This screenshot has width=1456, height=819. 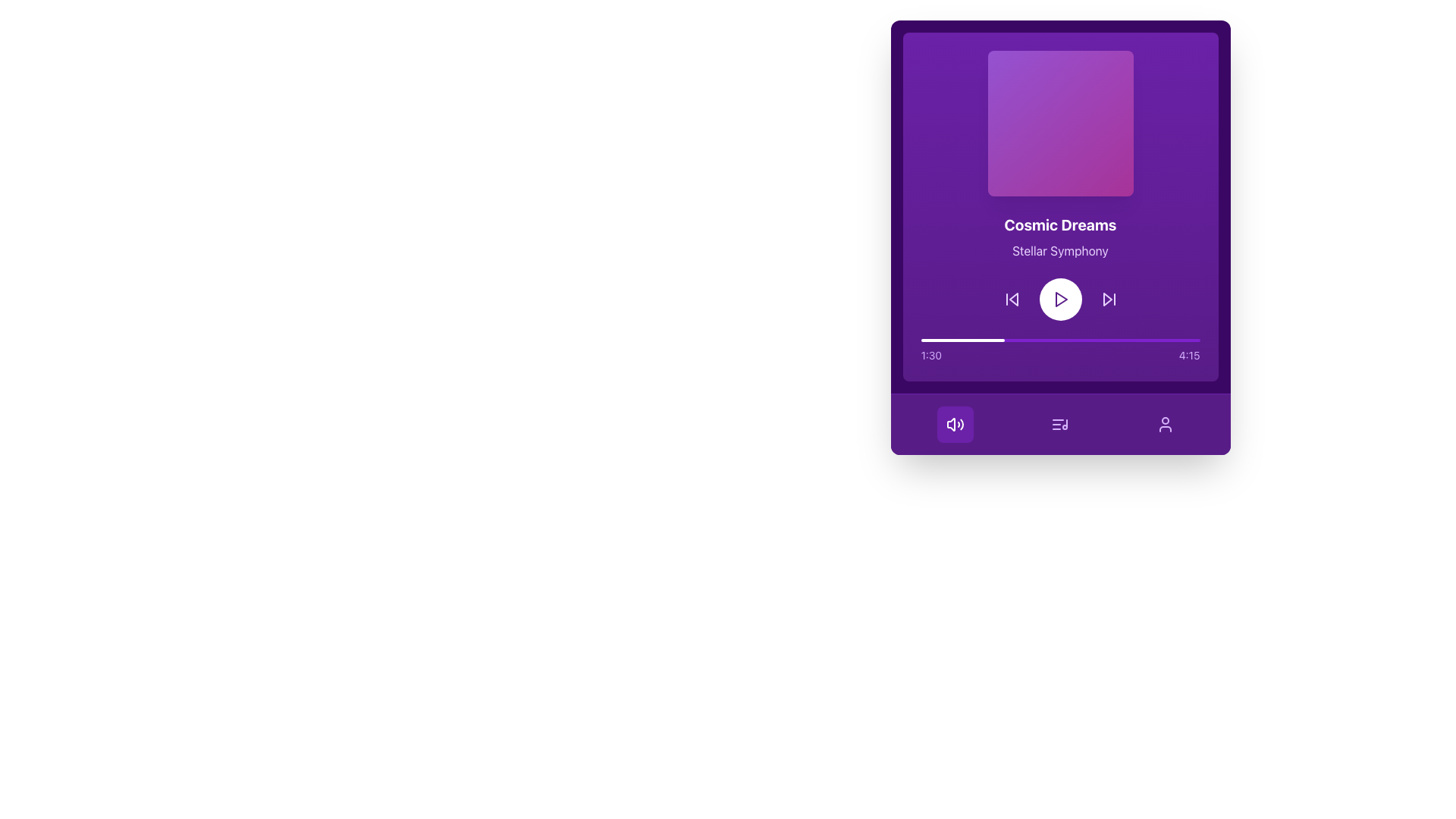 I want to click on the progress bar that visually represents the playback progress of a media track to seek to a different time position, so click(x=1059, y=339).